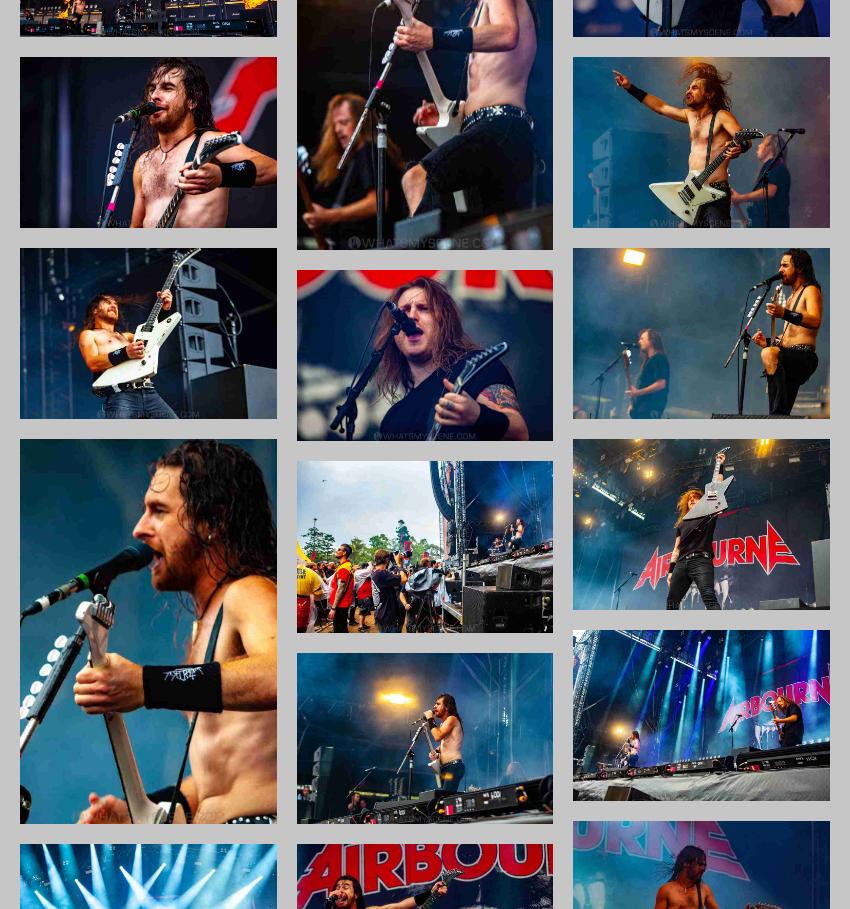  I want to click on 'June 2020', so click(665, 802).